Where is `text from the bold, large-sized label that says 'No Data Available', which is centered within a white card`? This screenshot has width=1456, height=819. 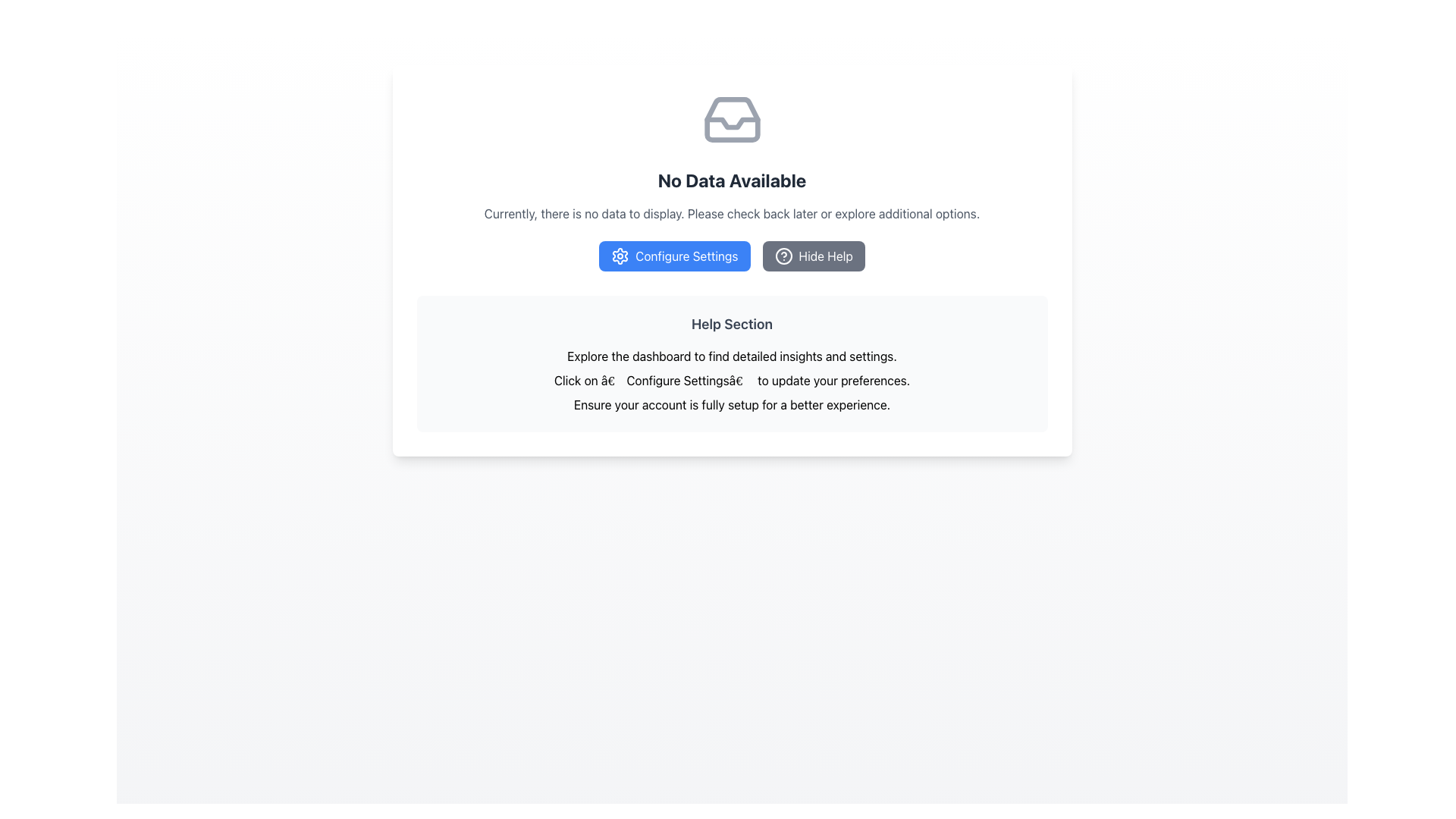 text from the bold, large-sized label that says 'No Data Available', which is centered within a white card is located at coordinates (732, 180).